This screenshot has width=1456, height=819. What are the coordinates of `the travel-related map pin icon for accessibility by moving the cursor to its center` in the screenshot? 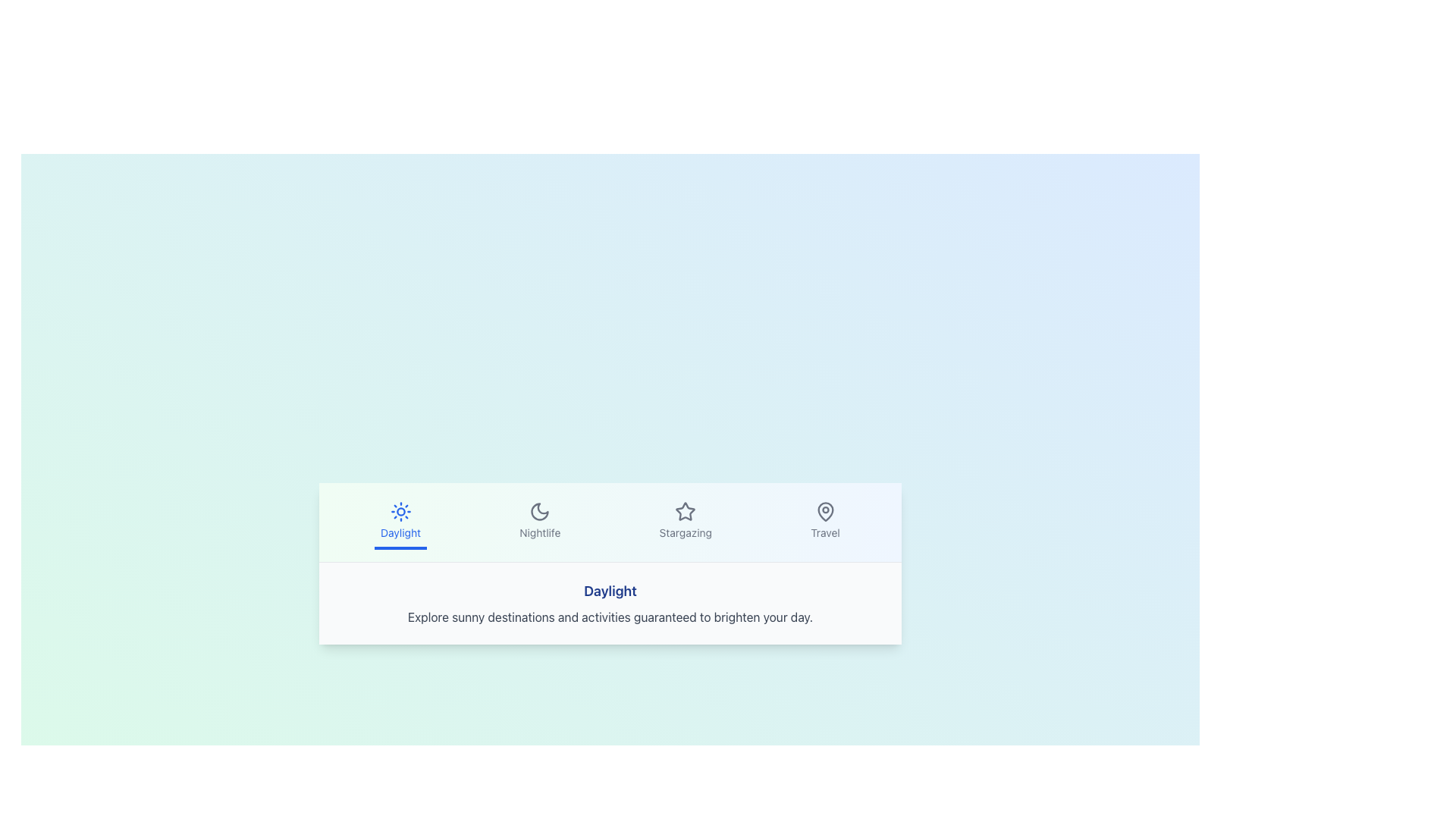 It's located at (824, 511).